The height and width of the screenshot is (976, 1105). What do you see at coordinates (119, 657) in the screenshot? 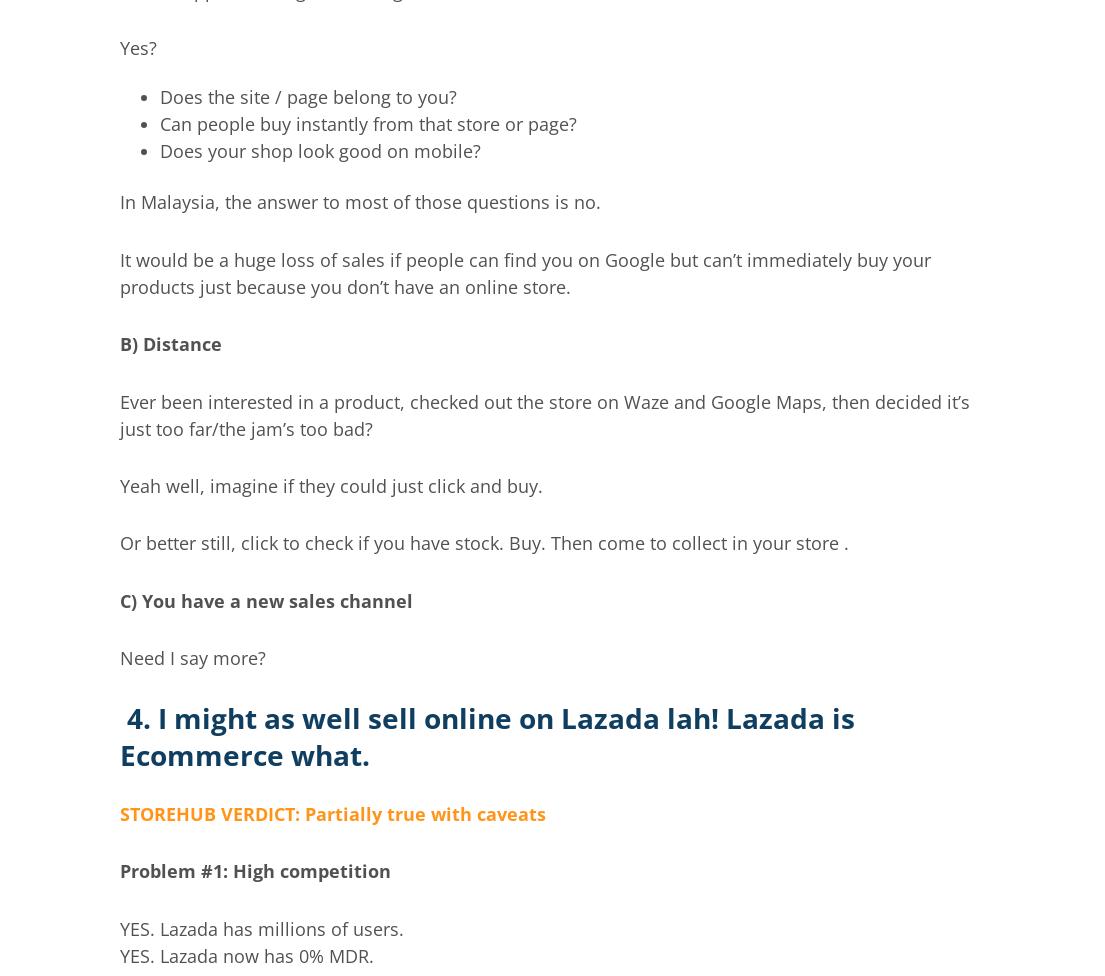
I see `'Need I say more?'` at bounding box center [119, 657].